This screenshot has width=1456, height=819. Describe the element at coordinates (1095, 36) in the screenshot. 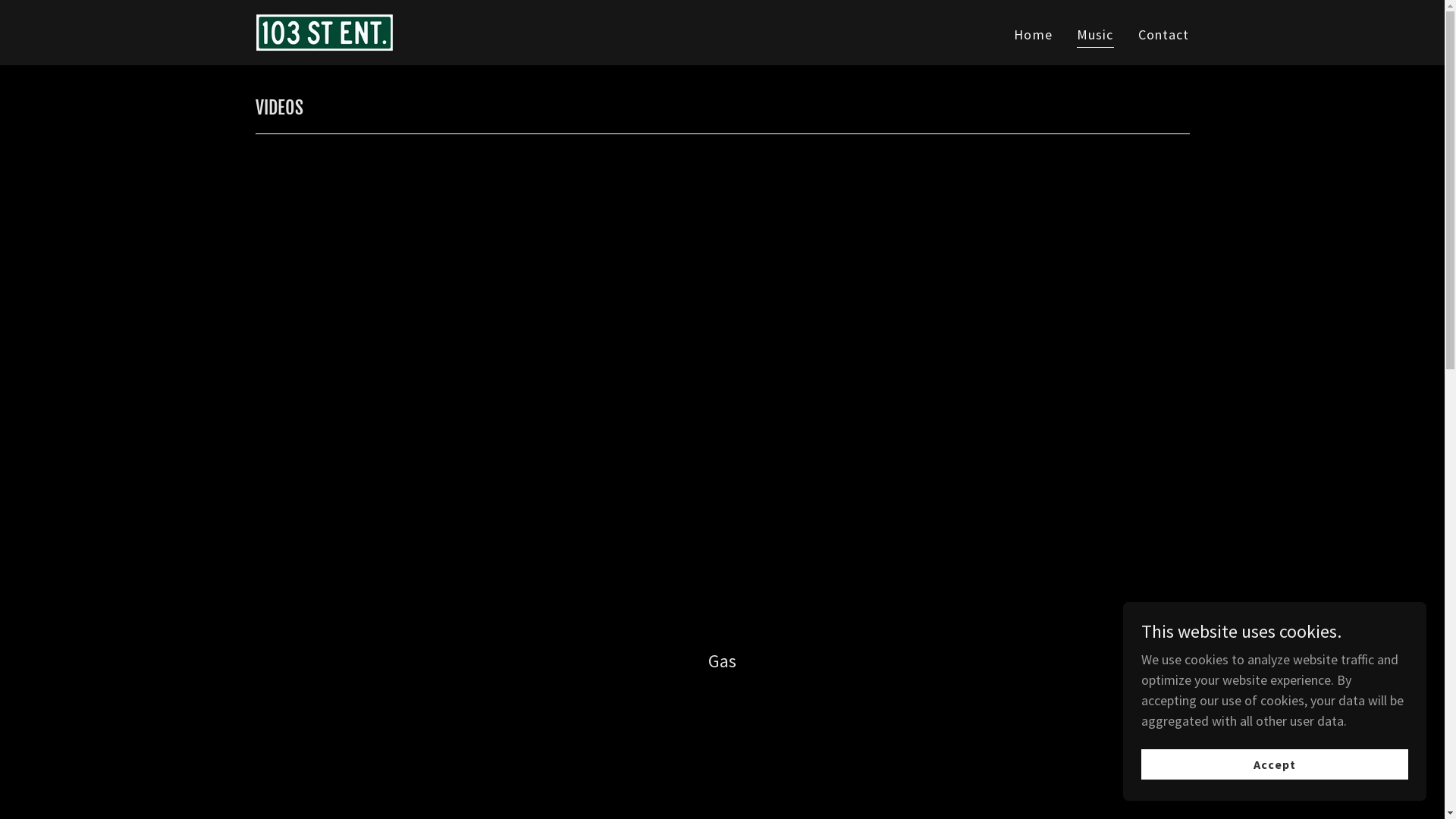

I see `'Music'` at that location.